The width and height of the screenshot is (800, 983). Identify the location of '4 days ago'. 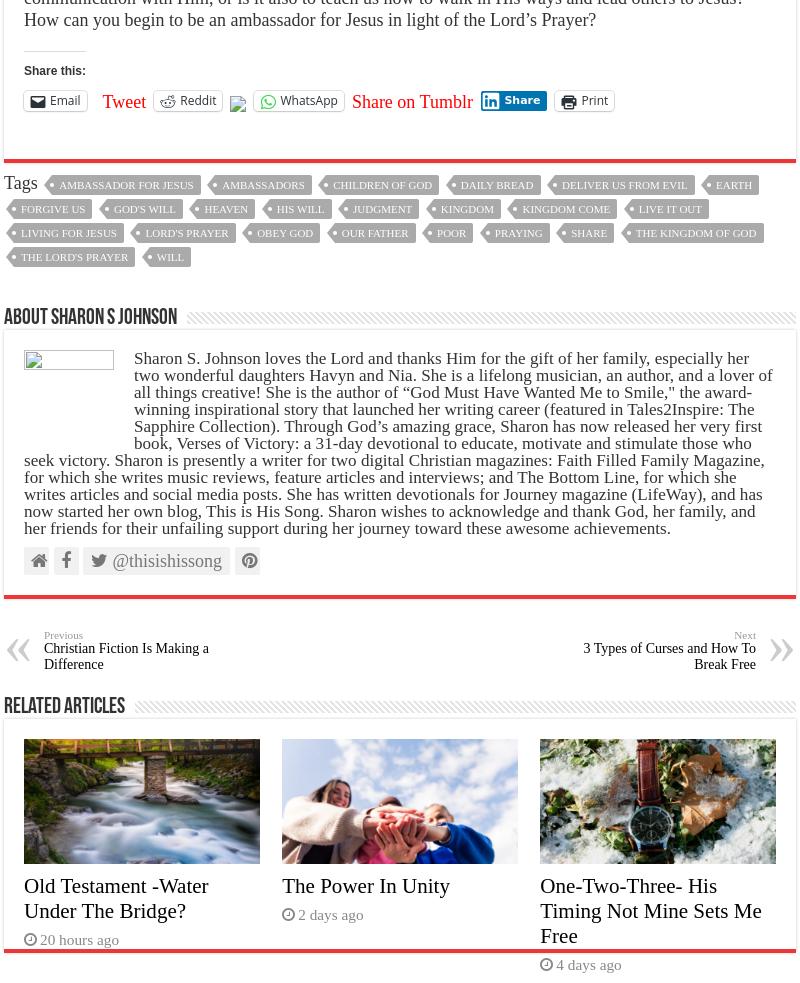
(587, 964).